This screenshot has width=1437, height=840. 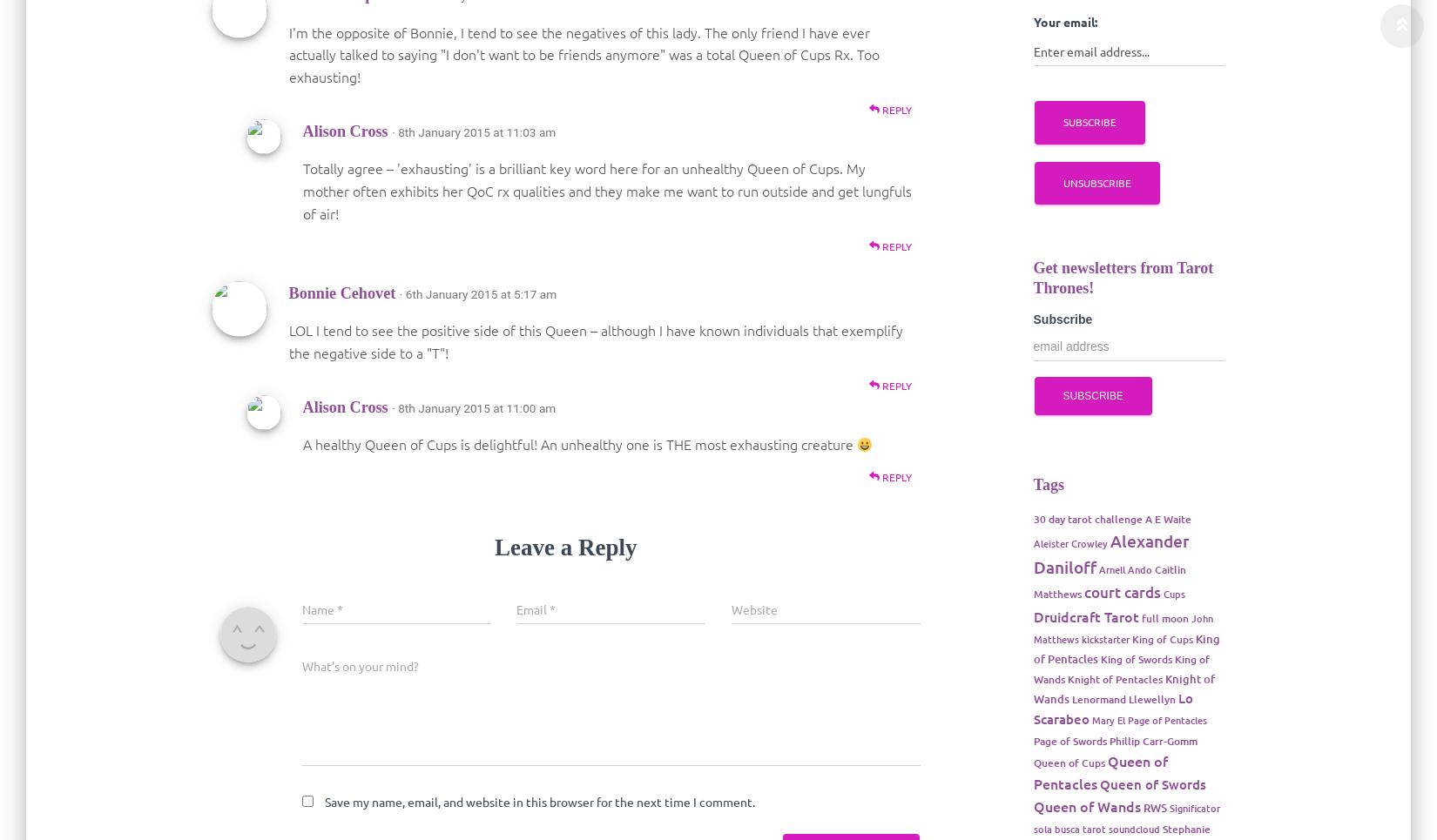 What do you see at coordinates (1099, 770) in the screenshot?
I see `'Queen of Pentacles'` at bounding box center [1099, 770].